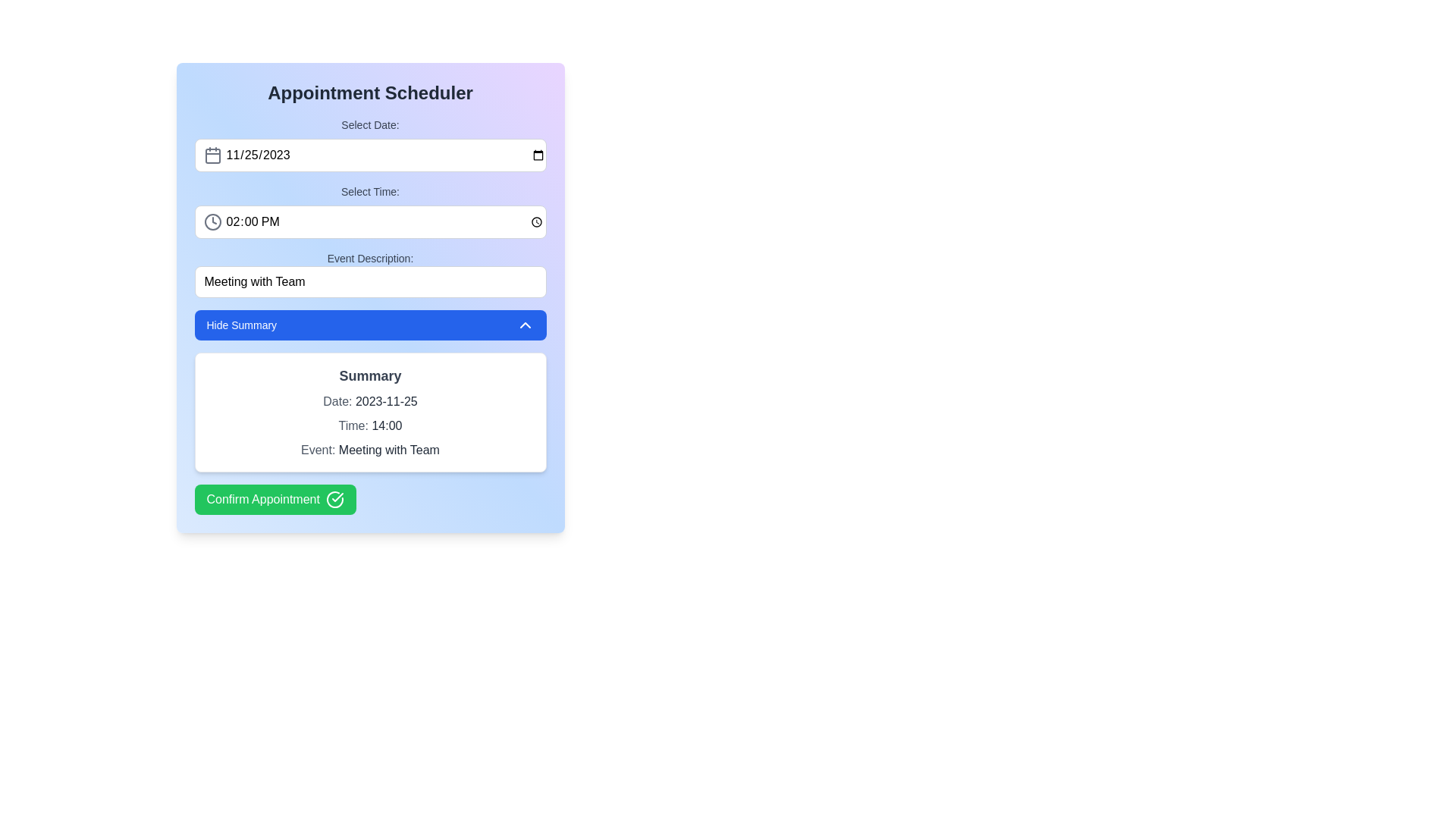 The height and width of the screenshot is (819, 1456). I want to click on the text label displaying the date '2023-11-25' located within the summary section of the appointment scheduler, which is to the right of the 'Date:' label, so click(386, 400).